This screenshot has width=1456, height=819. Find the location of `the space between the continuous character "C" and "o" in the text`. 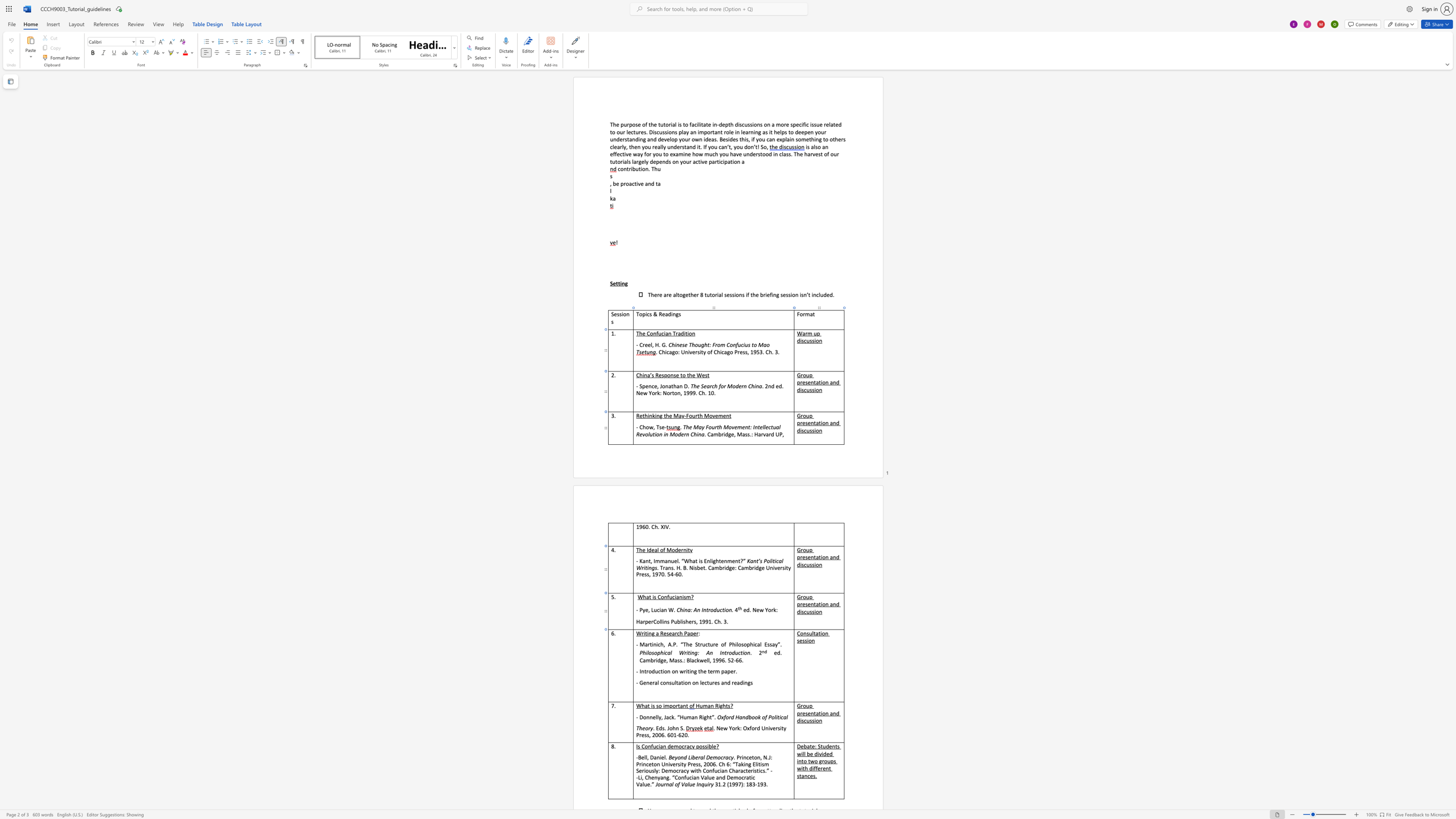

the space between the continuous character "C" and "o" in the text is located at coordinates (660, 596).